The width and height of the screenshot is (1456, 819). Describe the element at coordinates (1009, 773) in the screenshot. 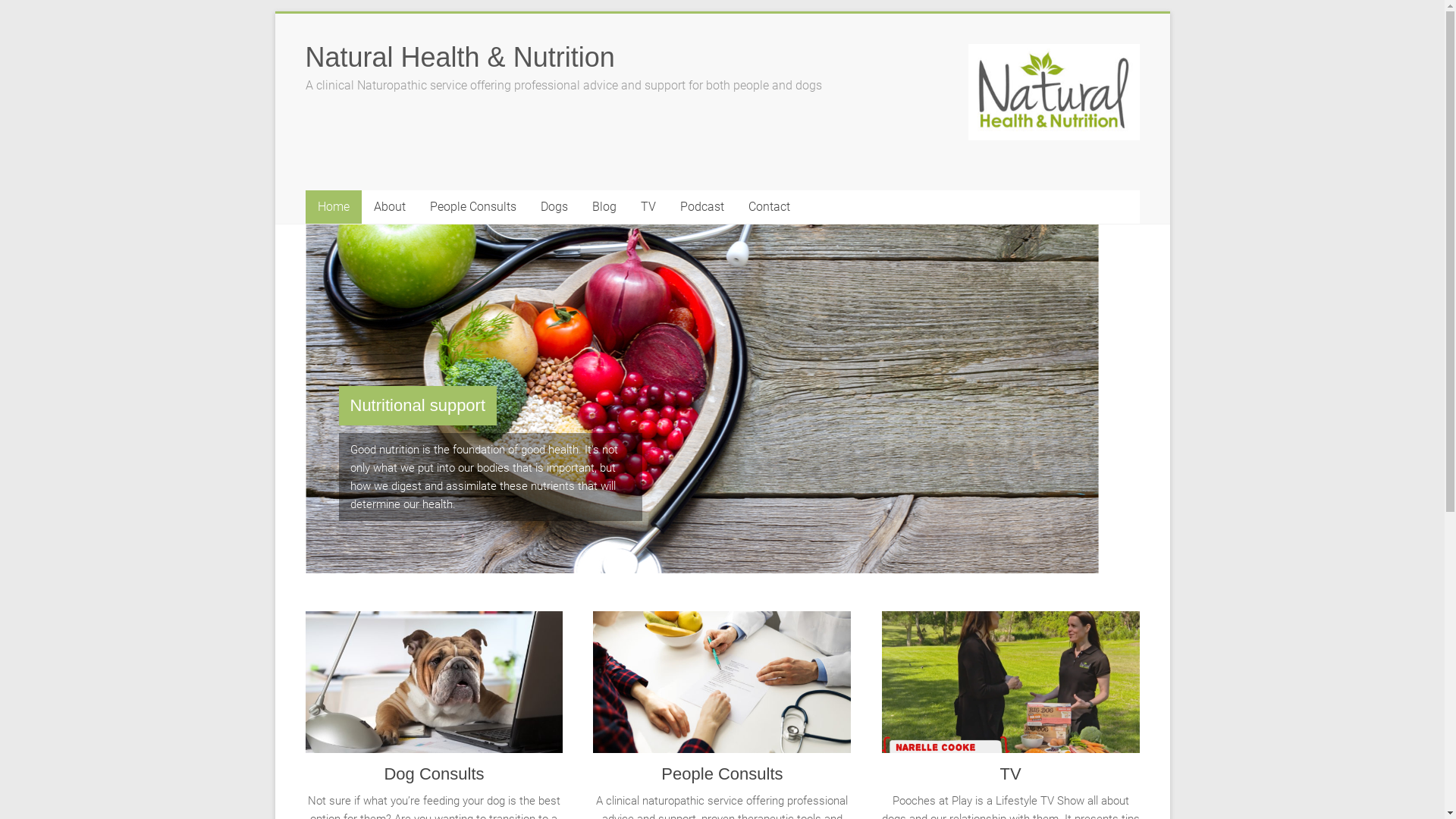

I see `'TV'` at that location.